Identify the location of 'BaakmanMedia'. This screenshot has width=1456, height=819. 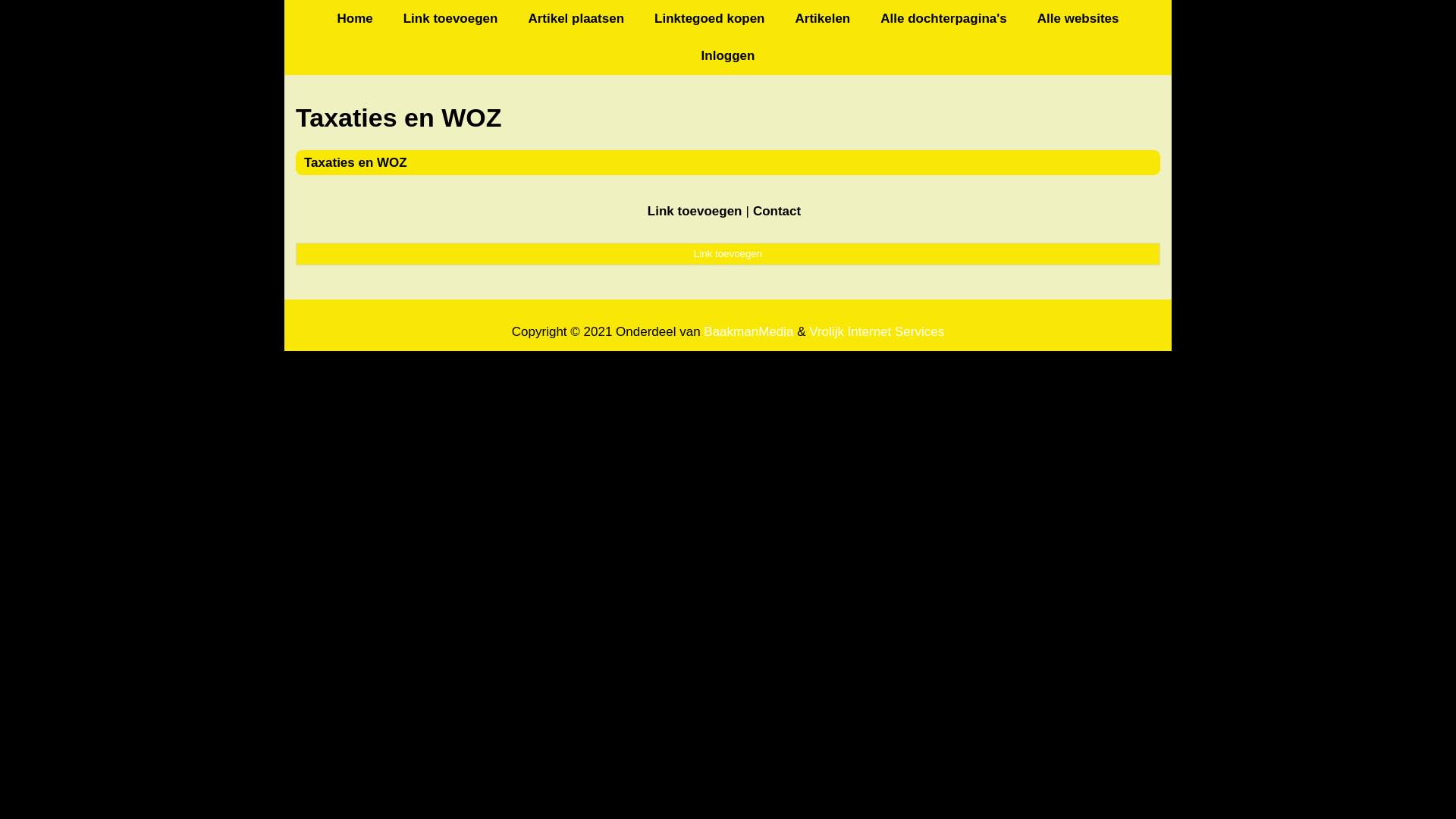
(702, 331).